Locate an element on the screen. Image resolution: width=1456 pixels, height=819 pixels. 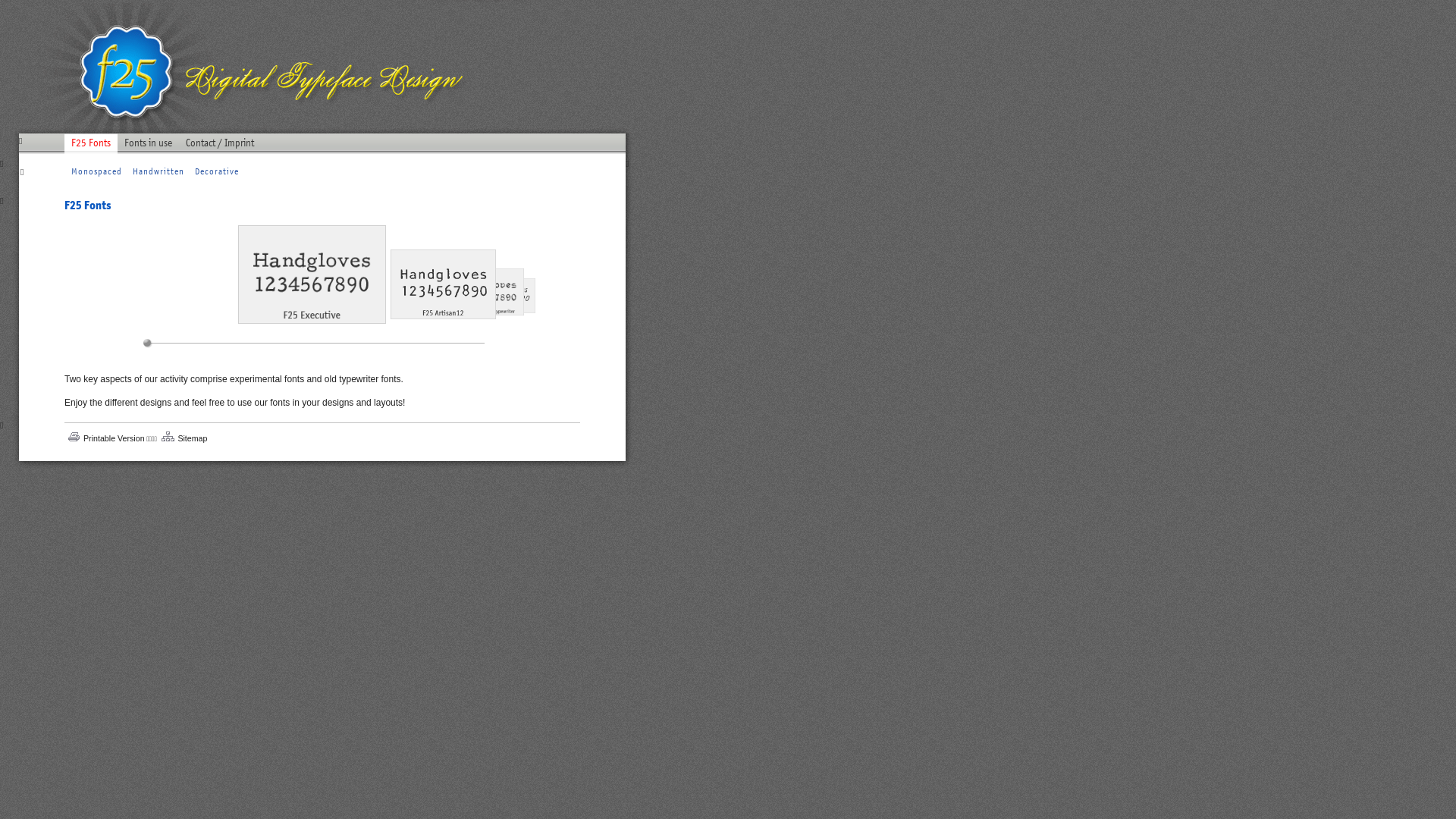
'Contact / Imprint' is located at coordinates (218, 149).